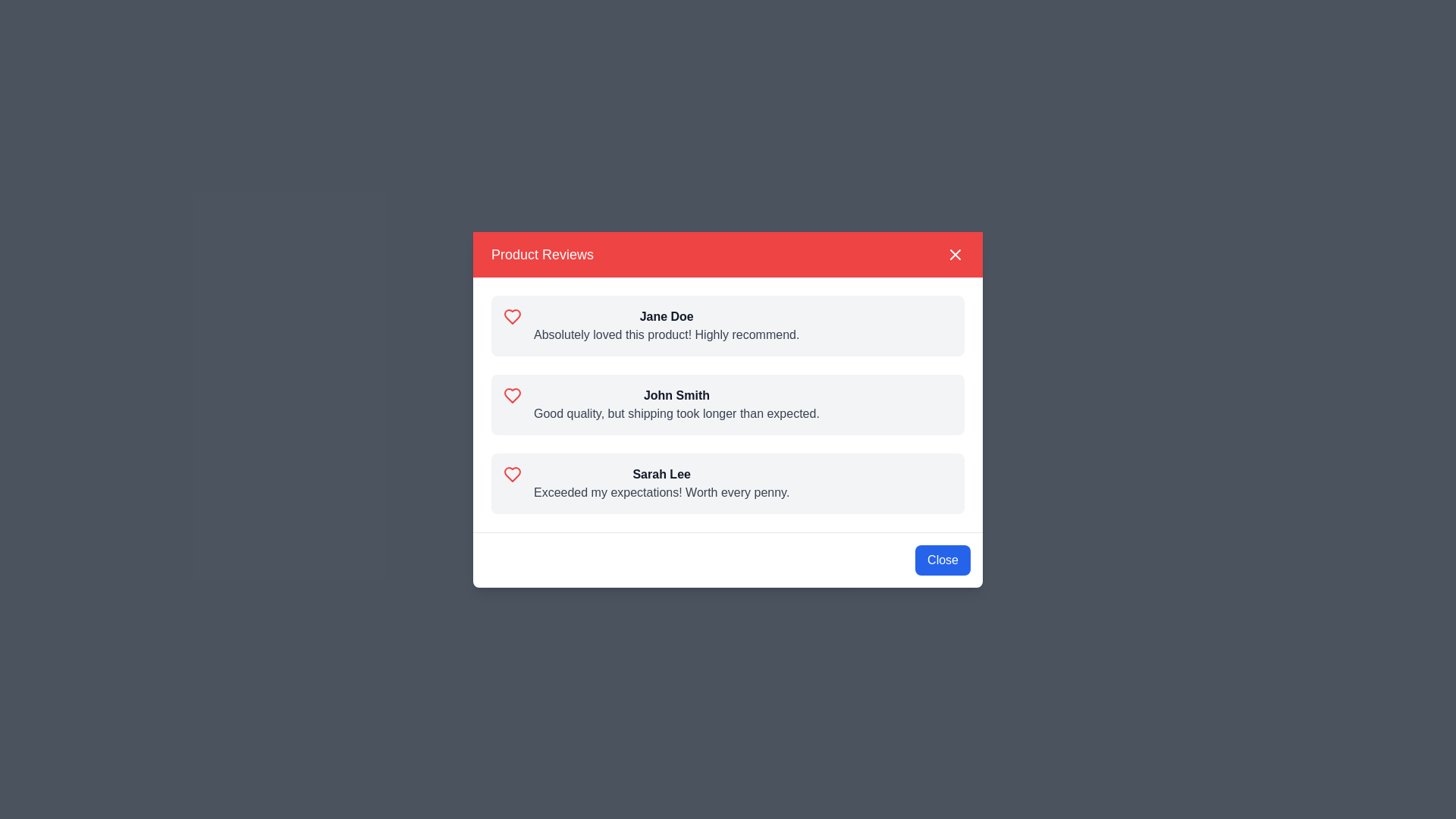 The width and height of the screenshot is (1456, 819). I want to click on the 'X' icon in the header to close the dialog, so click(954, 253).